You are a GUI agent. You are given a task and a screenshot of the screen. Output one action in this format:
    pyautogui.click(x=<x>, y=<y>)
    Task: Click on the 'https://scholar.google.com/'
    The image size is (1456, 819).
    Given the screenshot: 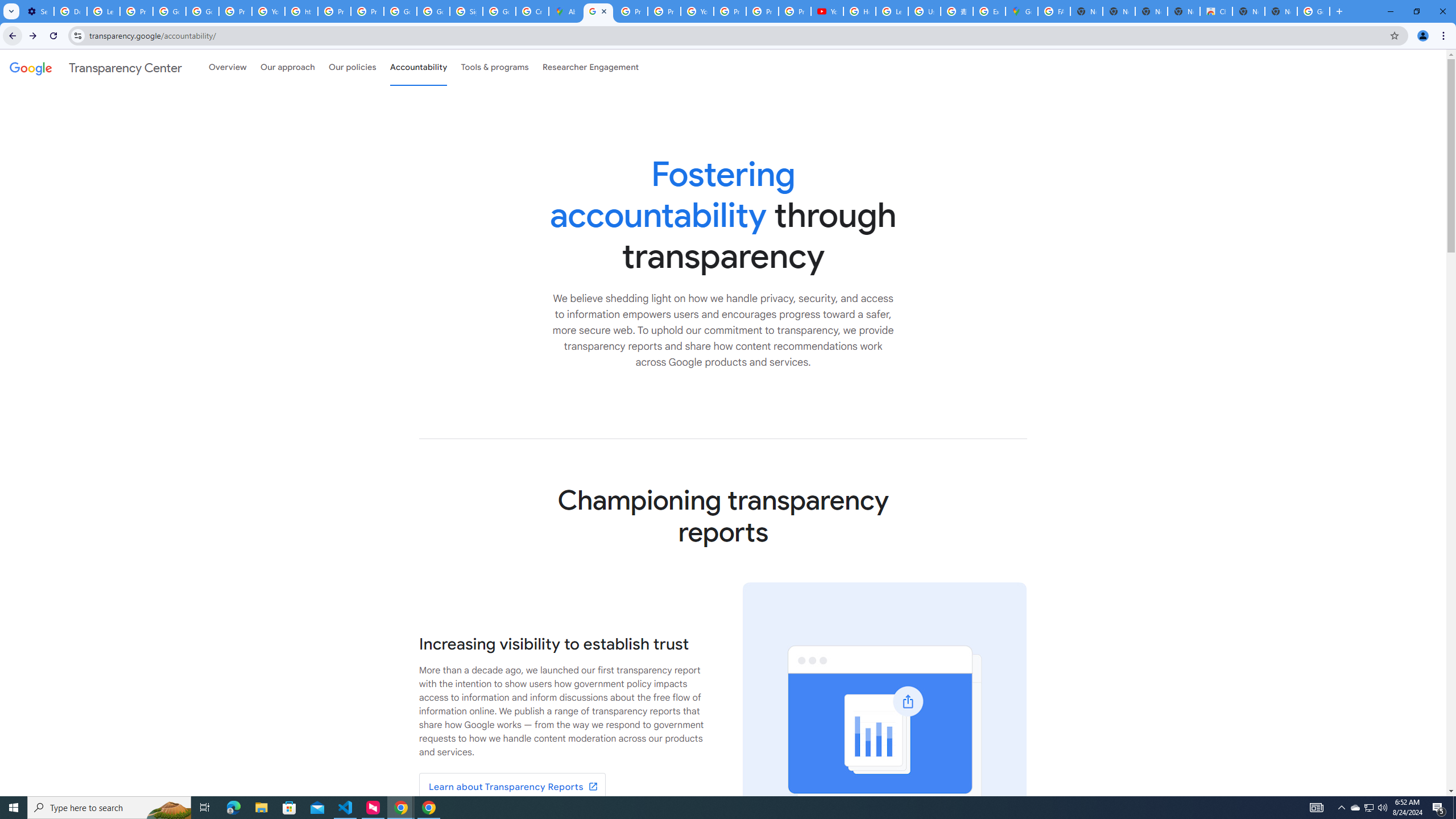 What is the action you would take?
    pyautogui.click(x=301, y=11)
    